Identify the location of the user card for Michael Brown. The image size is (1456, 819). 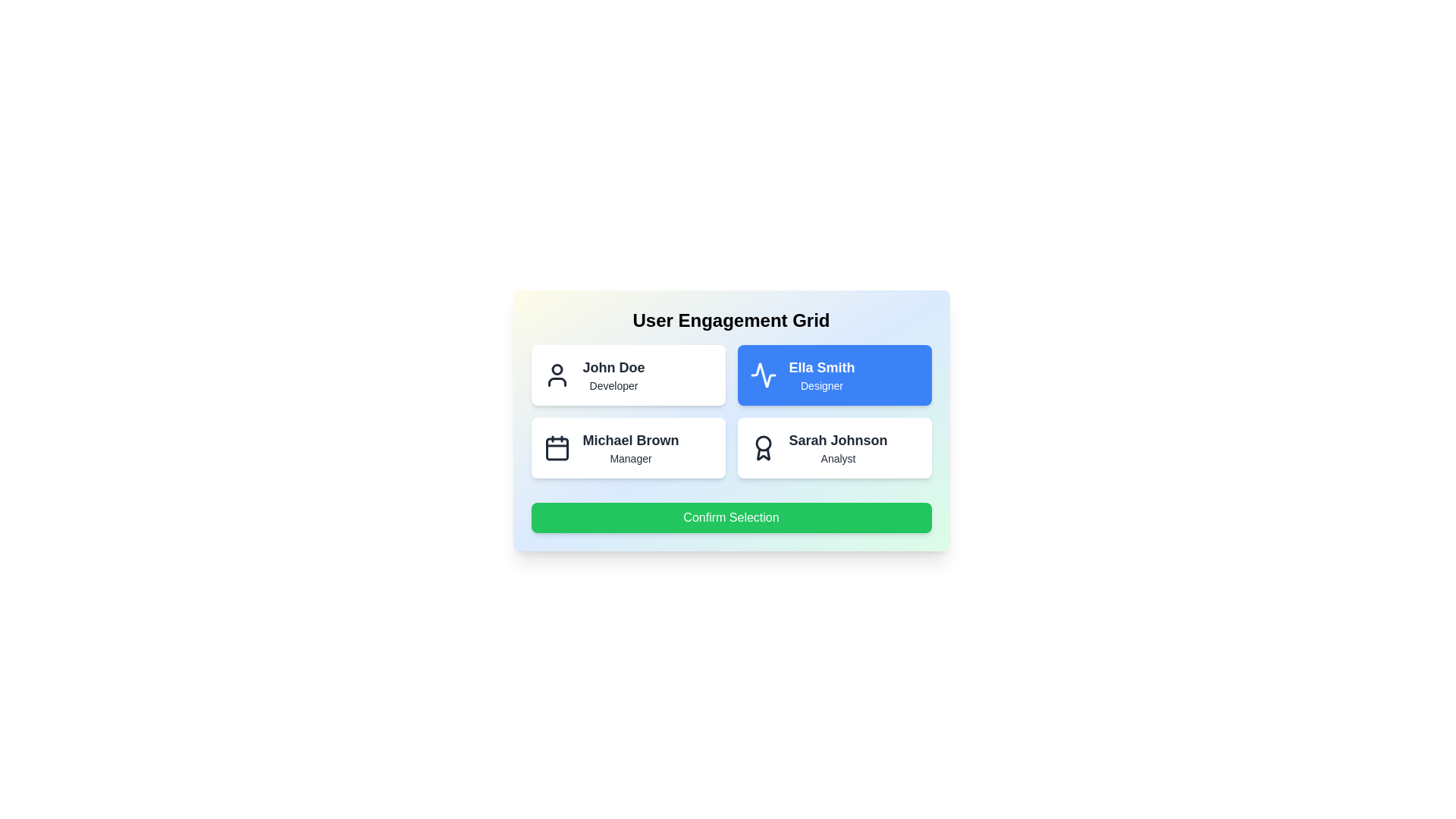
(628, 447).